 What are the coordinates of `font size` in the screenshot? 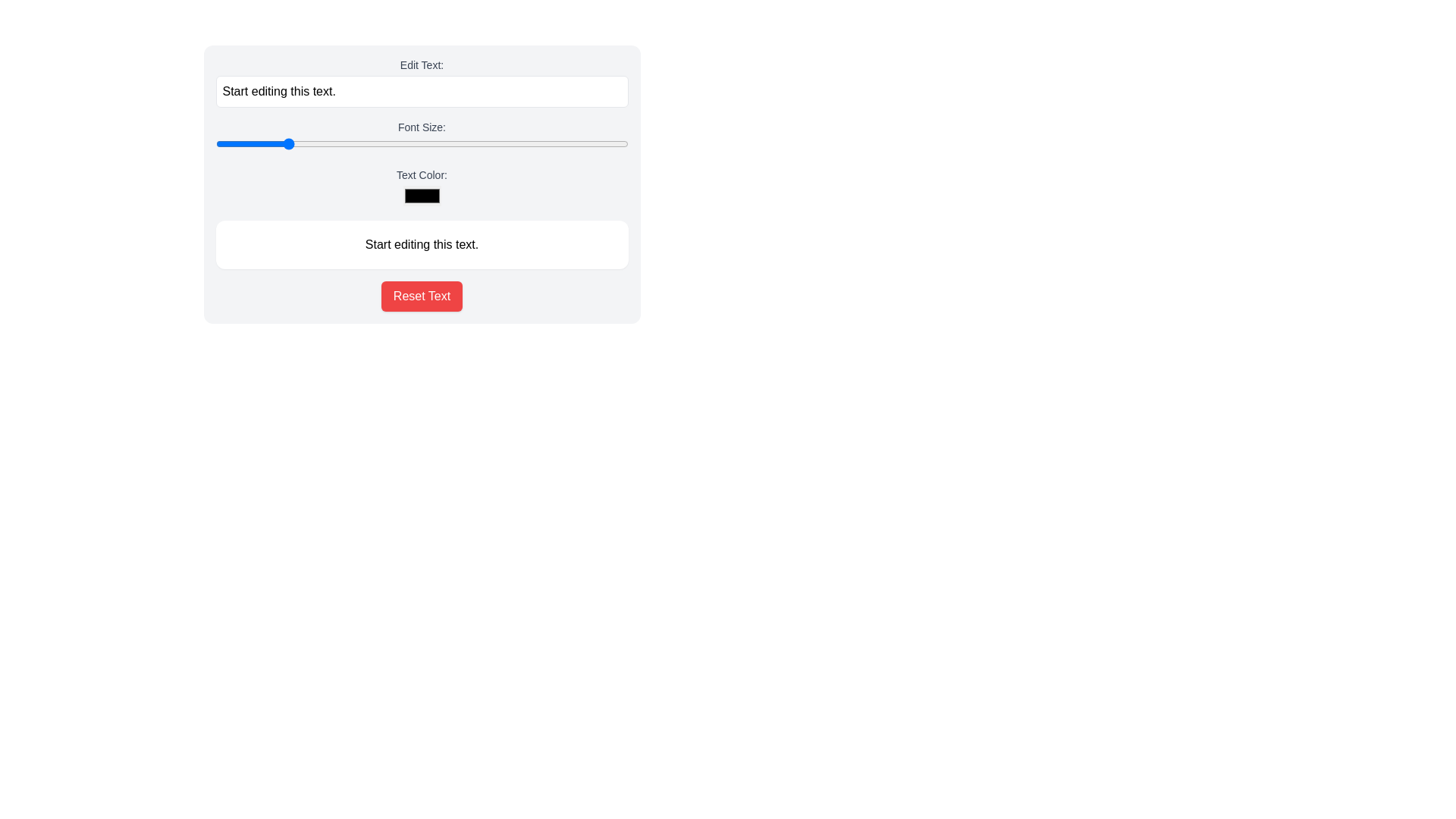 It's located at (542, 143).